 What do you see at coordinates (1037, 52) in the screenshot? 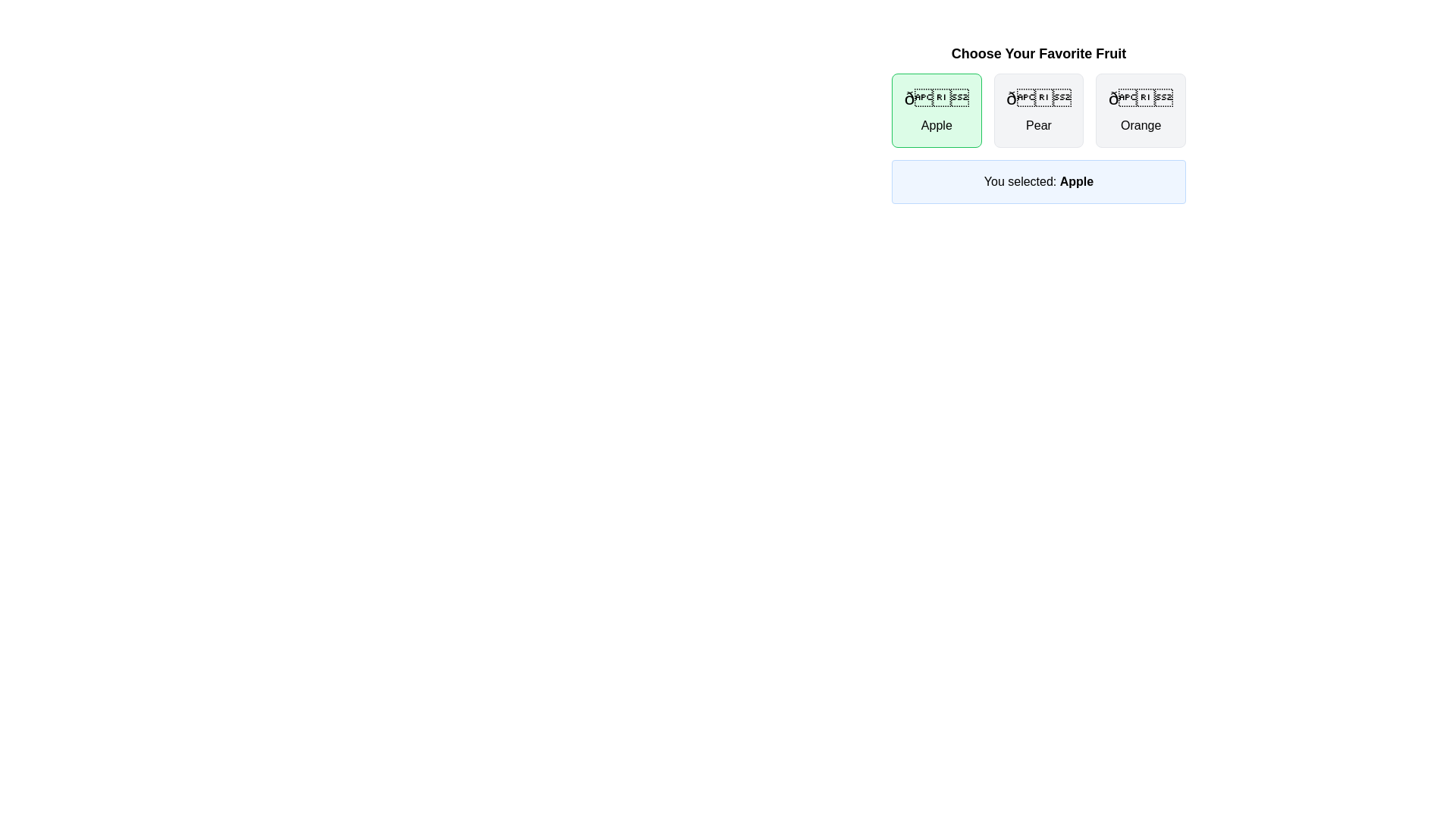
I see `the text label that states 'Choose Your Favorite Fruit', which is styled prominently and serves as a heading above the fruit selection buttons` at bounding box center [1037, 52].